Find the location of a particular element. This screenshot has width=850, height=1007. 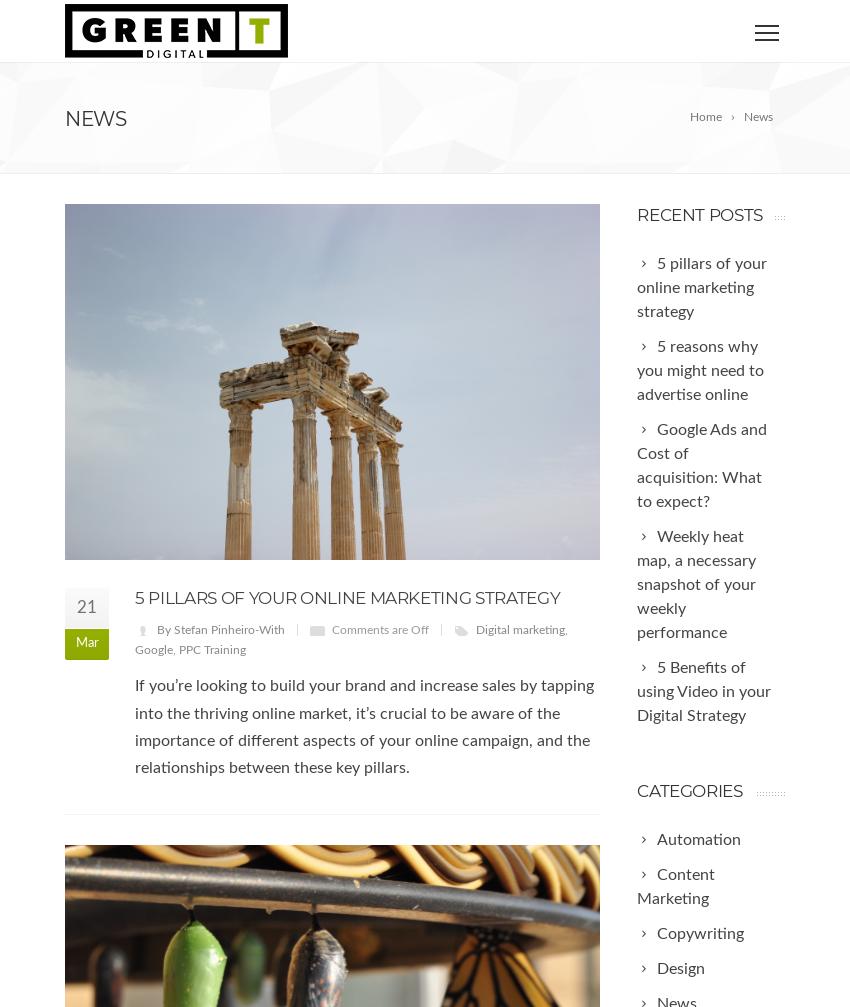

'Design' is located at coordinates (680, 967).